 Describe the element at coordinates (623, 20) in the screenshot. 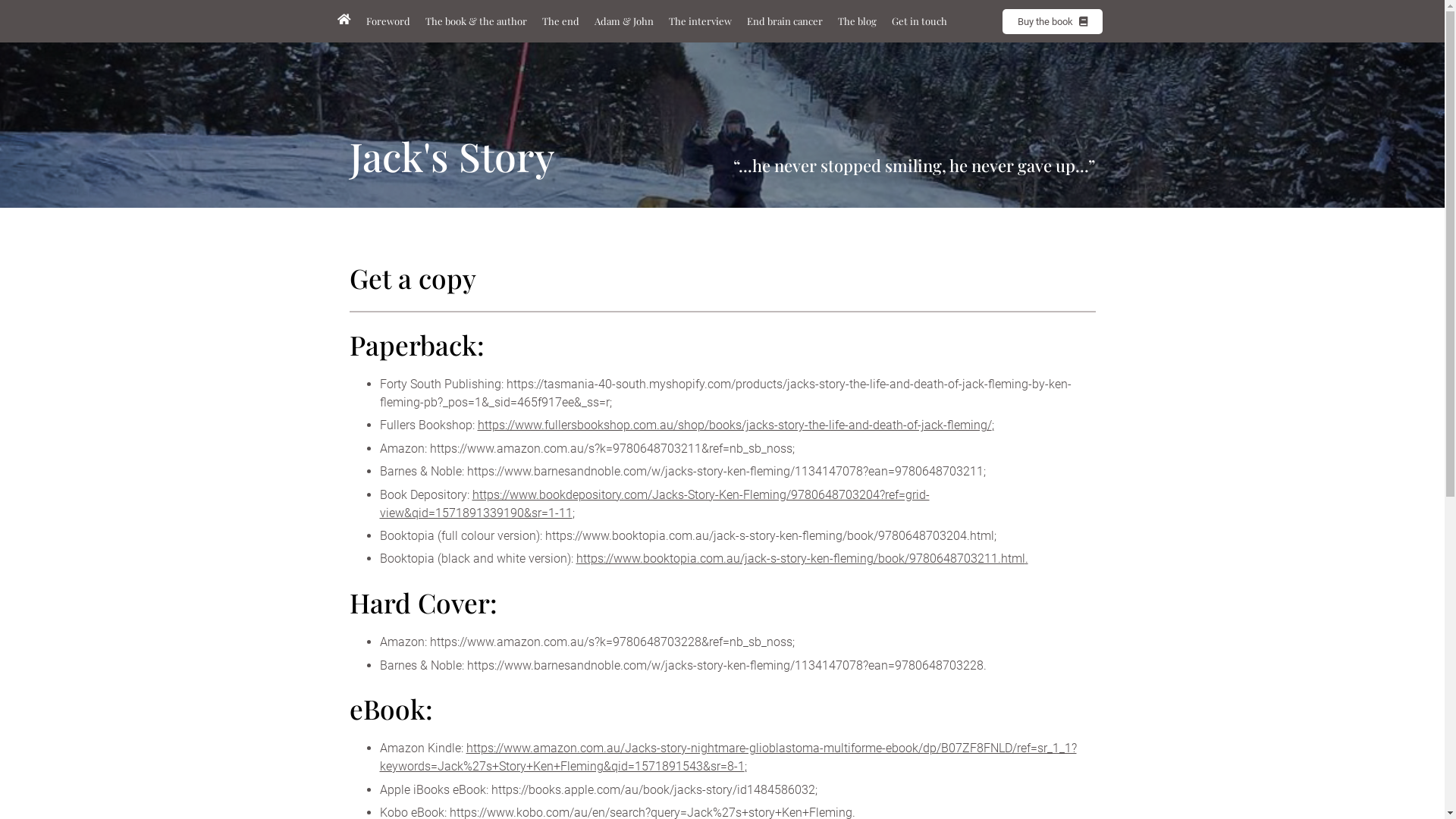

I see `'Adam & John'` at that location.